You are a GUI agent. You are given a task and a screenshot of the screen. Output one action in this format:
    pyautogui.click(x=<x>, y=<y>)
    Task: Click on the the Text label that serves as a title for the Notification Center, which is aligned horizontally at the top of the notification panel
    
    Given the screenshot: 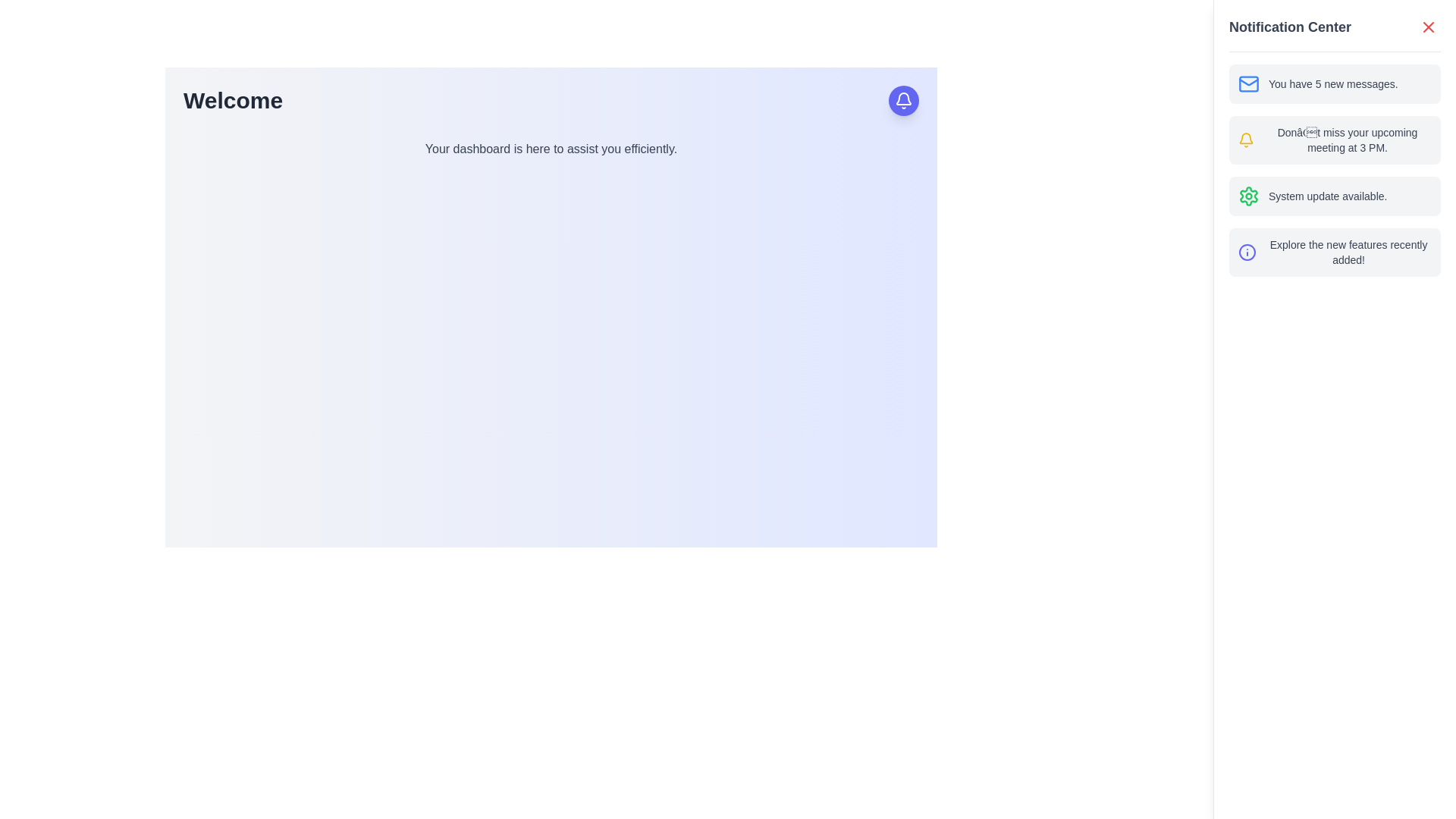 What is the action you would take?
    pyautogui.click(x=1289, y=27)
    